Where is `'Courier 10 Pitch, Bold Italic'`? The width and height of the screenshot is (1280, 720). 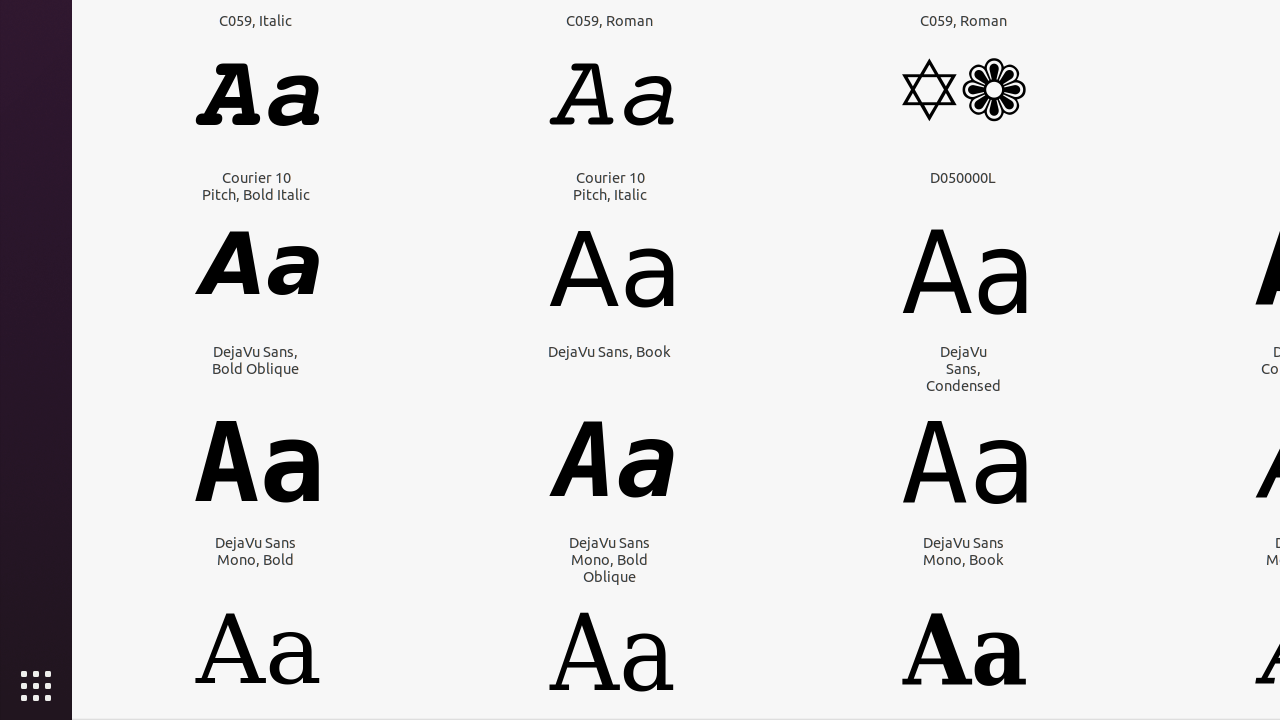
'Courier 10 Pitch, Bold Italic' is located at coordinates (255, 185).